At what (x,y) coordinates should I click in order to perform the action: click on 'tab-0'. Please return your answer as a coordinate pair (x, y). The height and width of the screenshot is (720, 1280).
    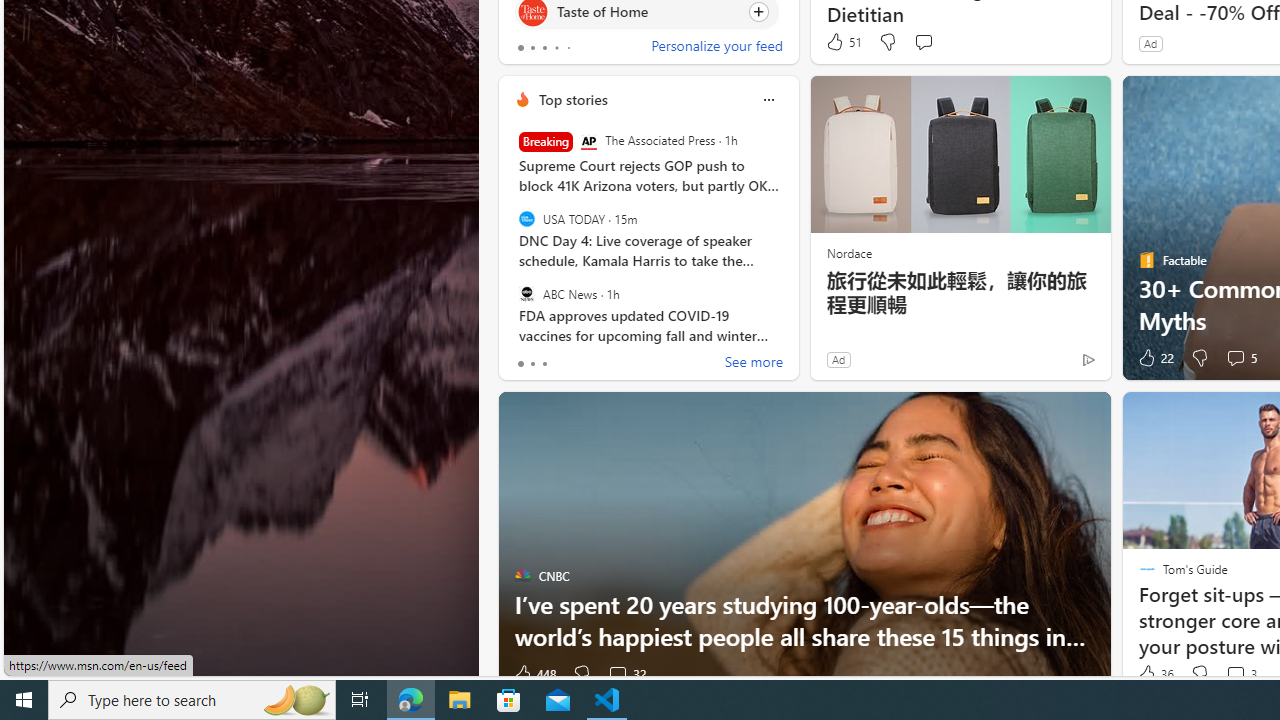
    Looking at the image, I should click on (520, 363).